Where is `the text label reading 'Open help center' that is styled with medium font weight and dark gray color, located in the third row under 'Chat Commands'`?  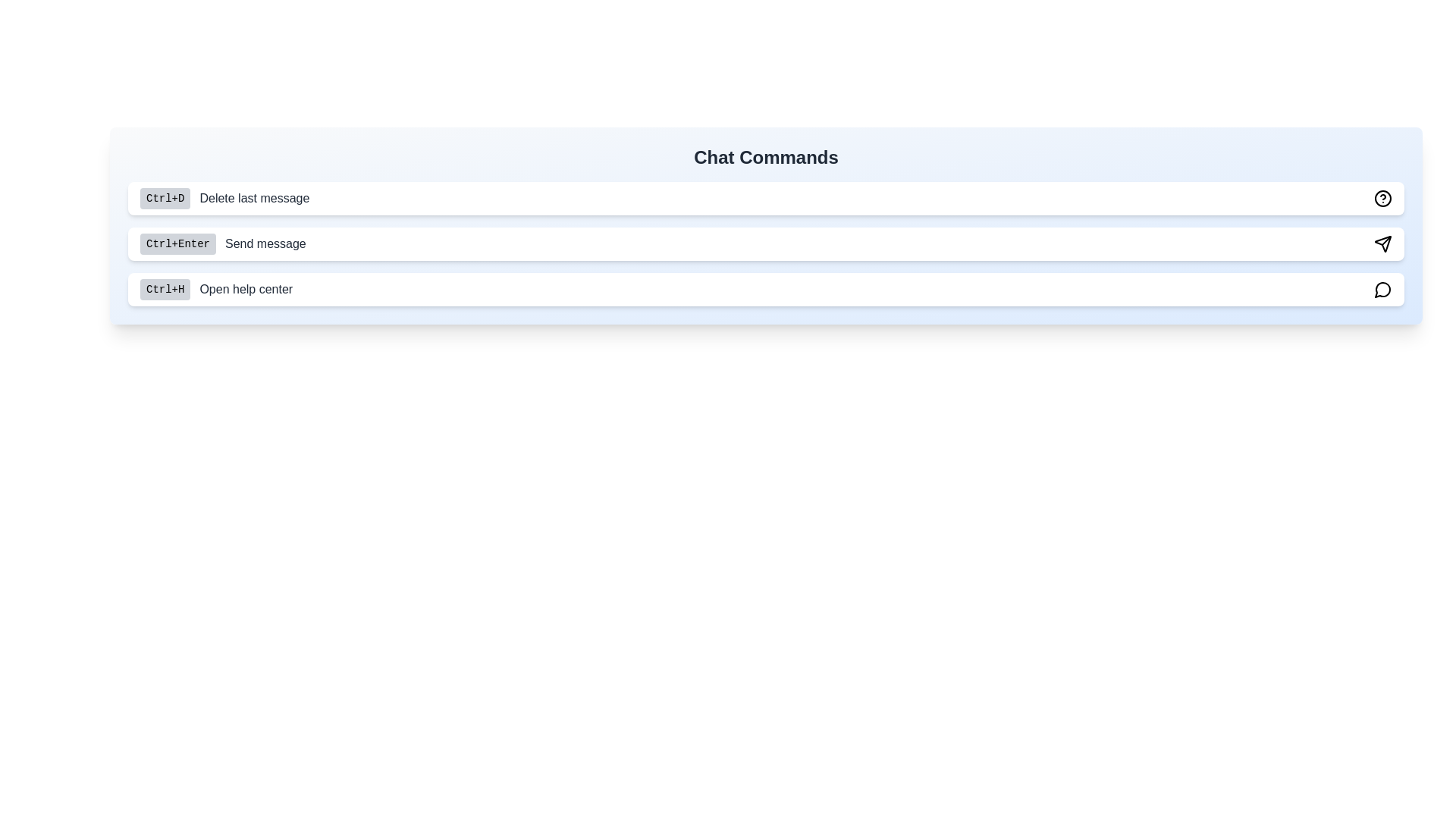 the text label reading 'Open help center' that is styled with medium font weight and dark gray color, located in the third row under 'Chat Commands' is located at coordinates (246, 289).